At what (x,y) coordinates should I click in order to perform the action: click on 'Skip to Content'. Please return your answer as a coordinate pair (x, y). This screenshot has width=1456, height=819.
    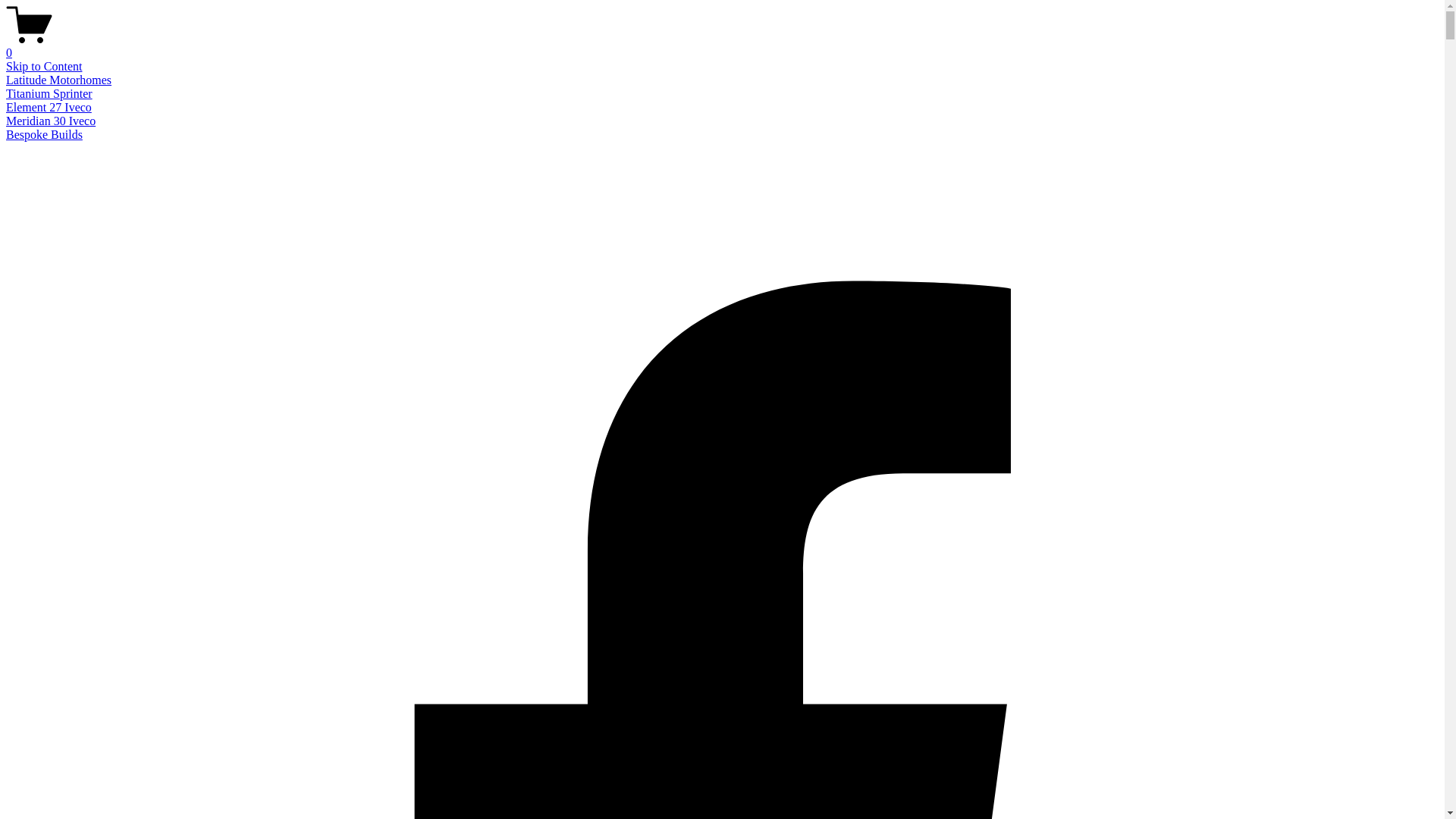
    Looking at the image, I should click on (43, 65).